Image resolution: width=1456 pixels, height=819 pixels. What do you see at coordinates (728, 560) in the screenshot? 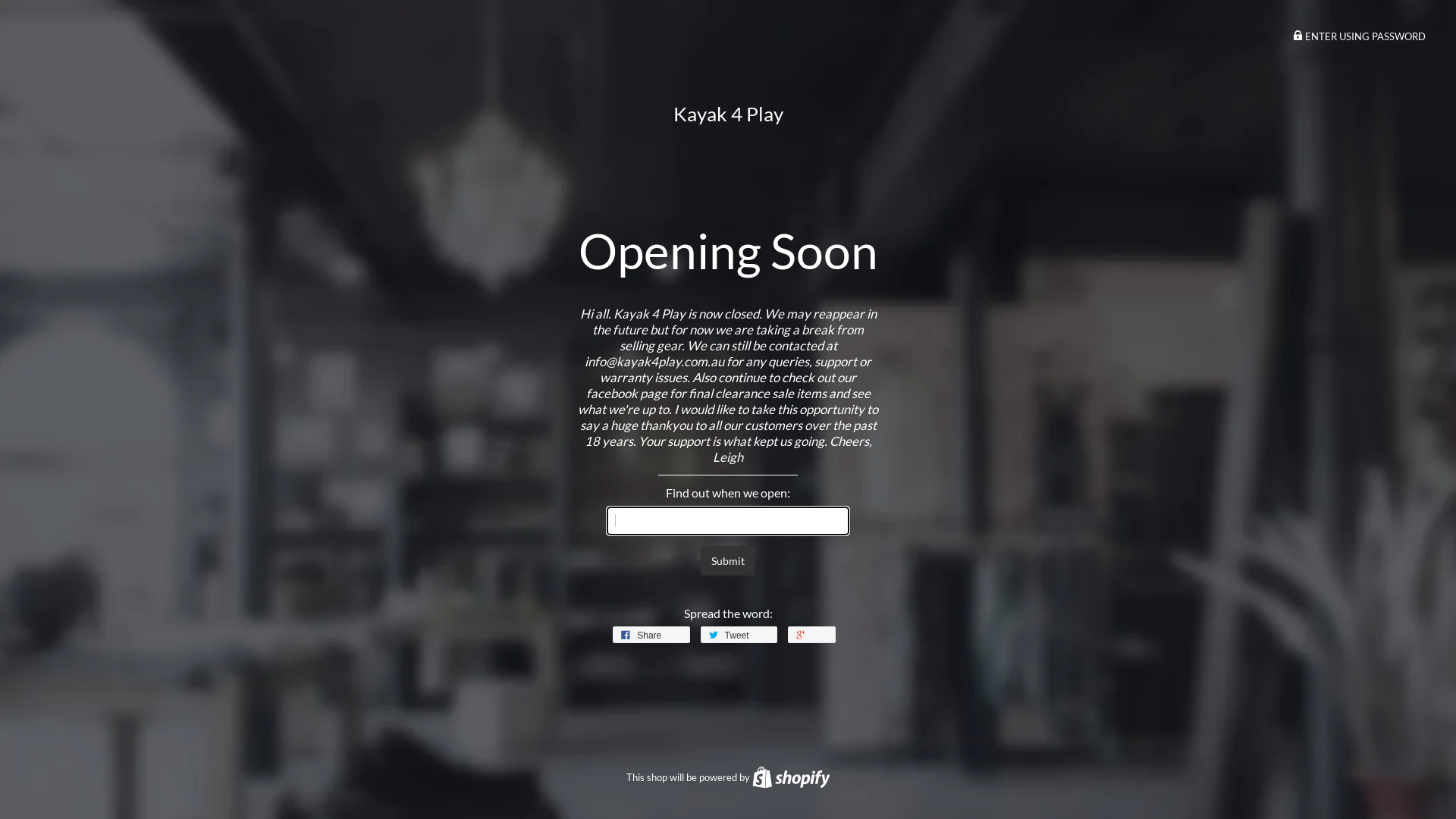
I see `'Submit'` at bounding box center [728, 560].